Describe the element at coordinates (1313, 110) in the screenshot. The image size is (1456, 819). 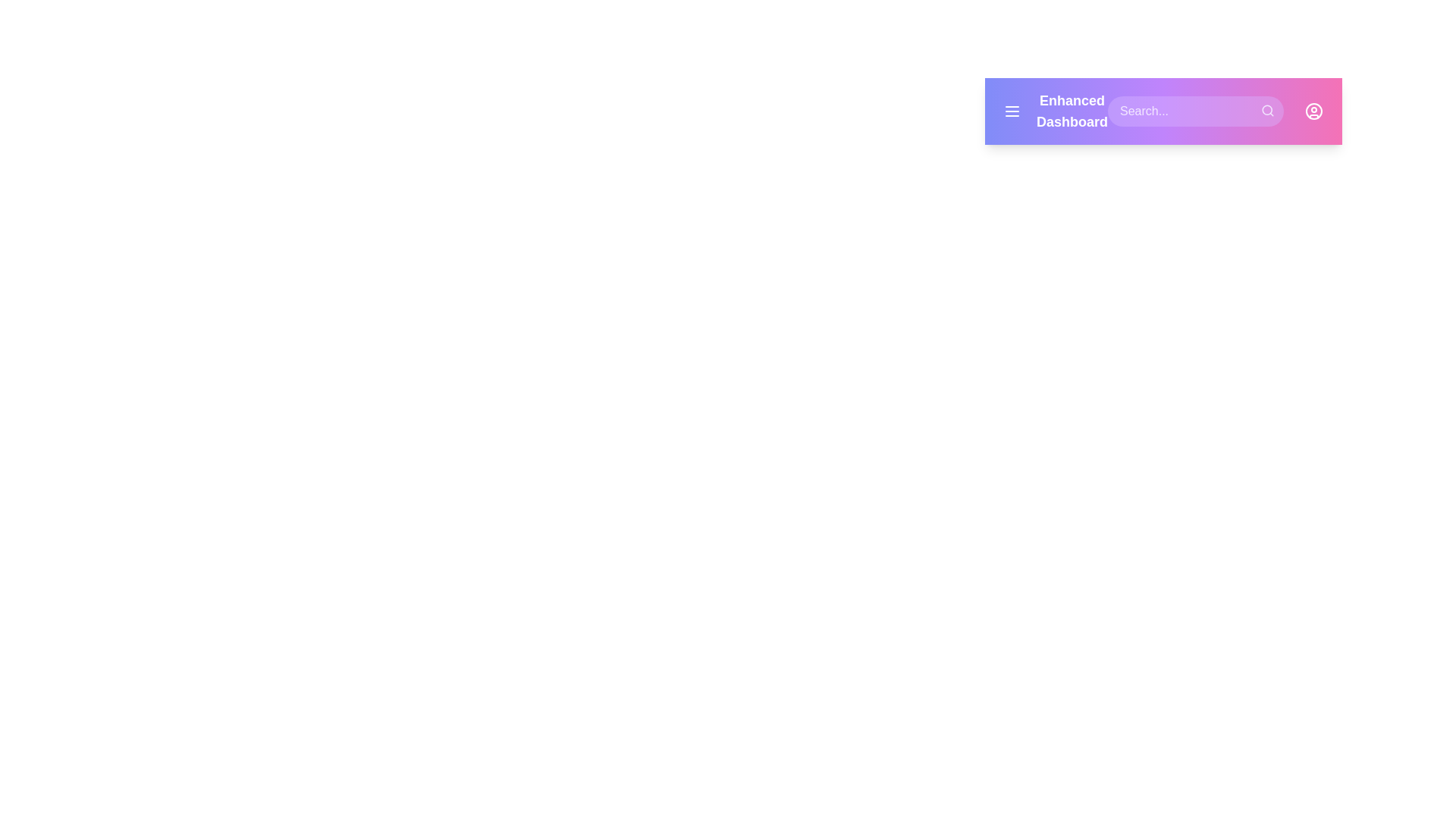
I see `the user profile button to access the user profile` at that location.